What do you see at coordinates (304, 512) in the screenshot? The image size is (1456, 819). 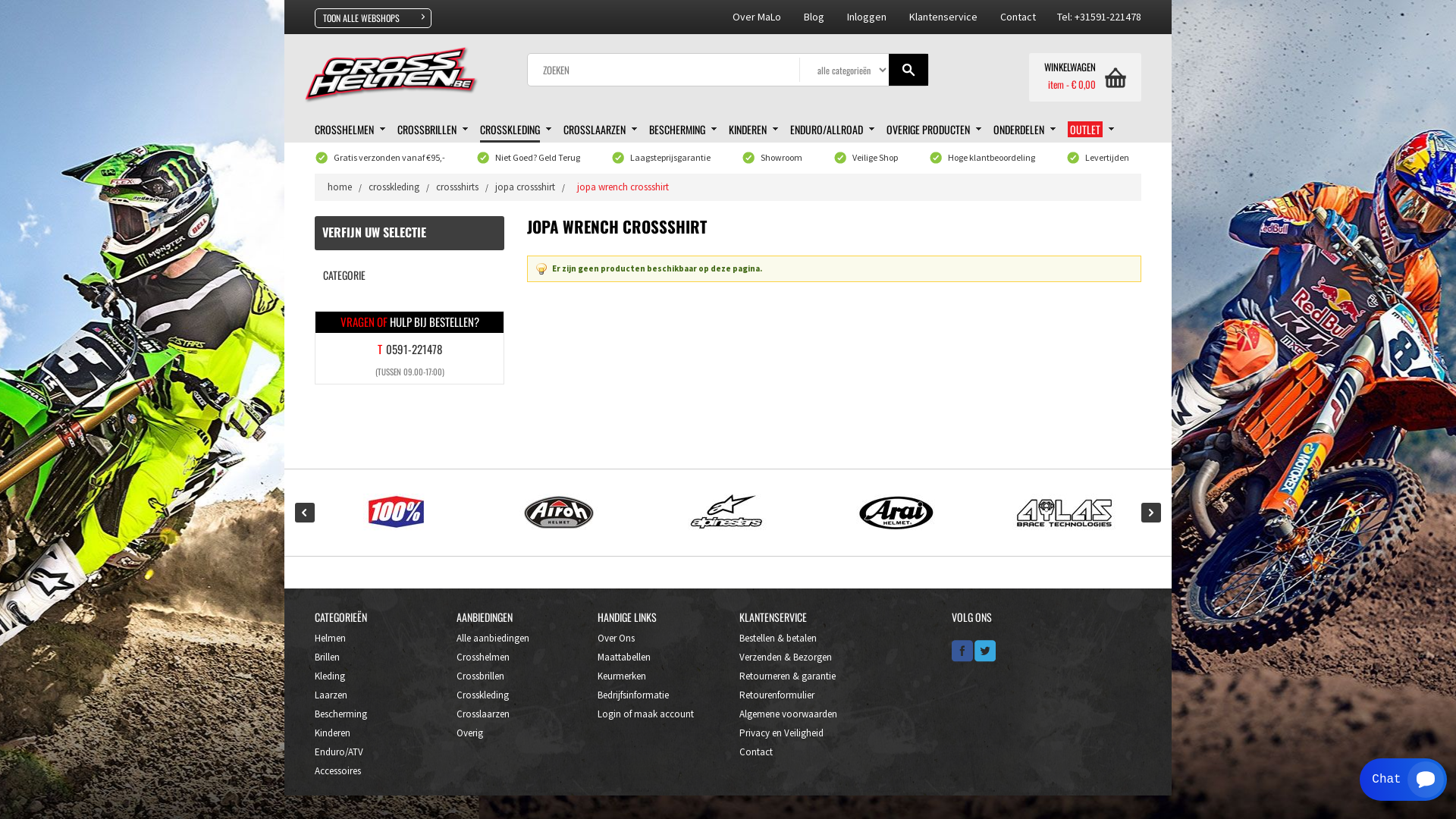 I see `'Prev'` at bounding box center [304, 512].